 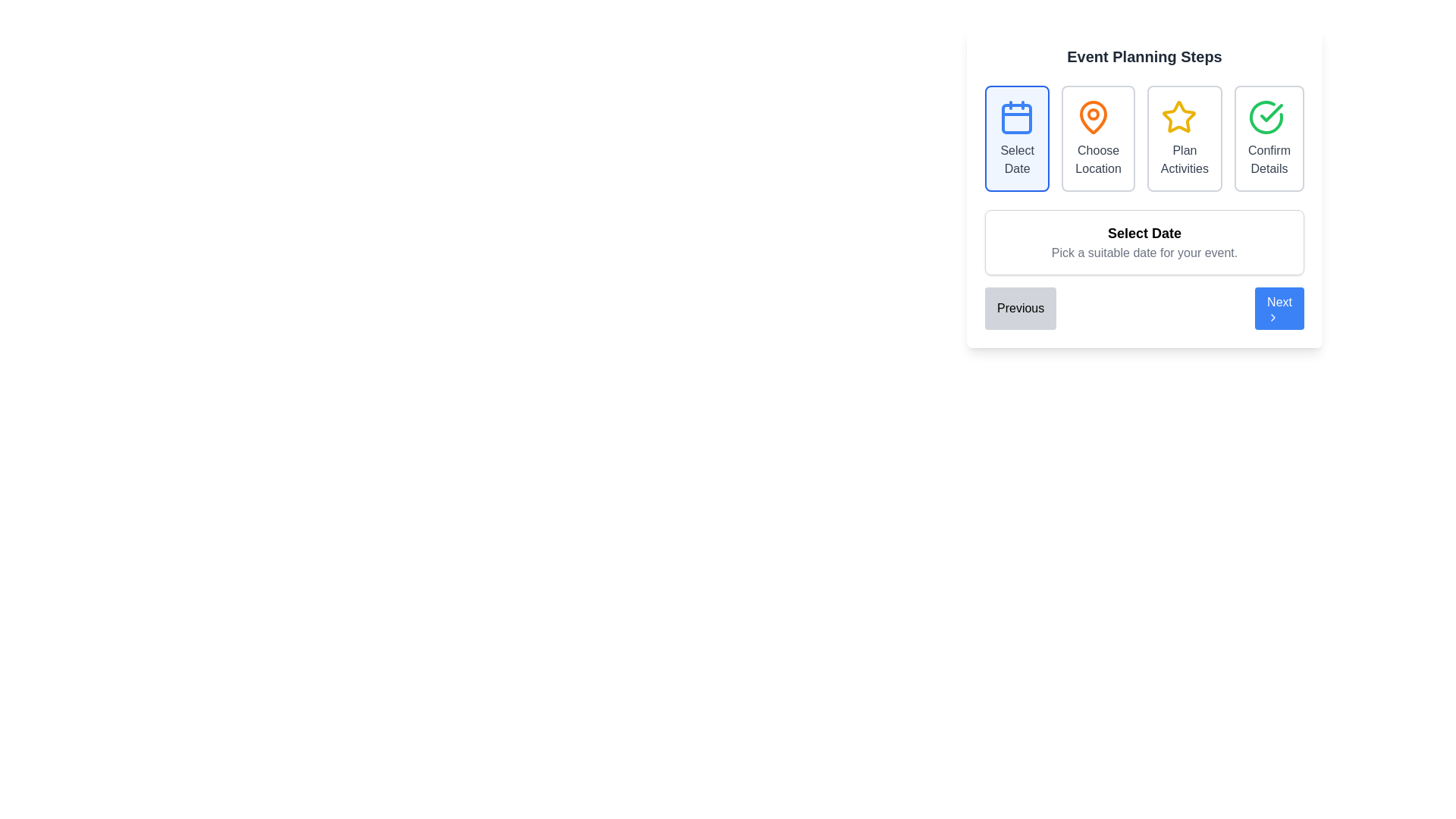 I want to click on the orange location pin icon, which is part of the 'Choose Location' button in the 'Event Planning Steps' interface, so click(x=1098, y=116).